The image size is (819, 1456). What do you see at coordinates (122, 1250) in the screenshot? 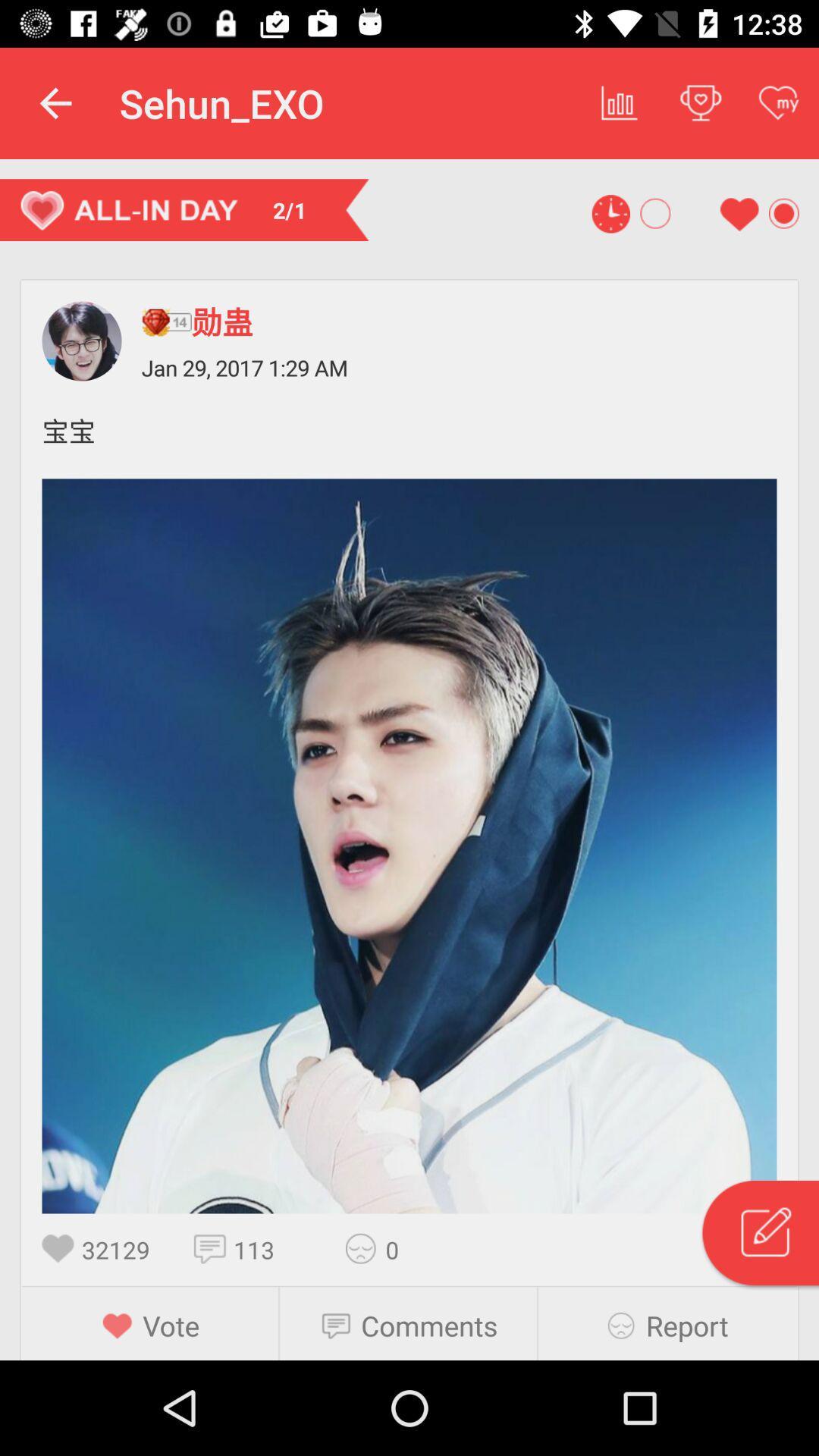
I see `the item above the vote item` at bounding box center [122, 1250].